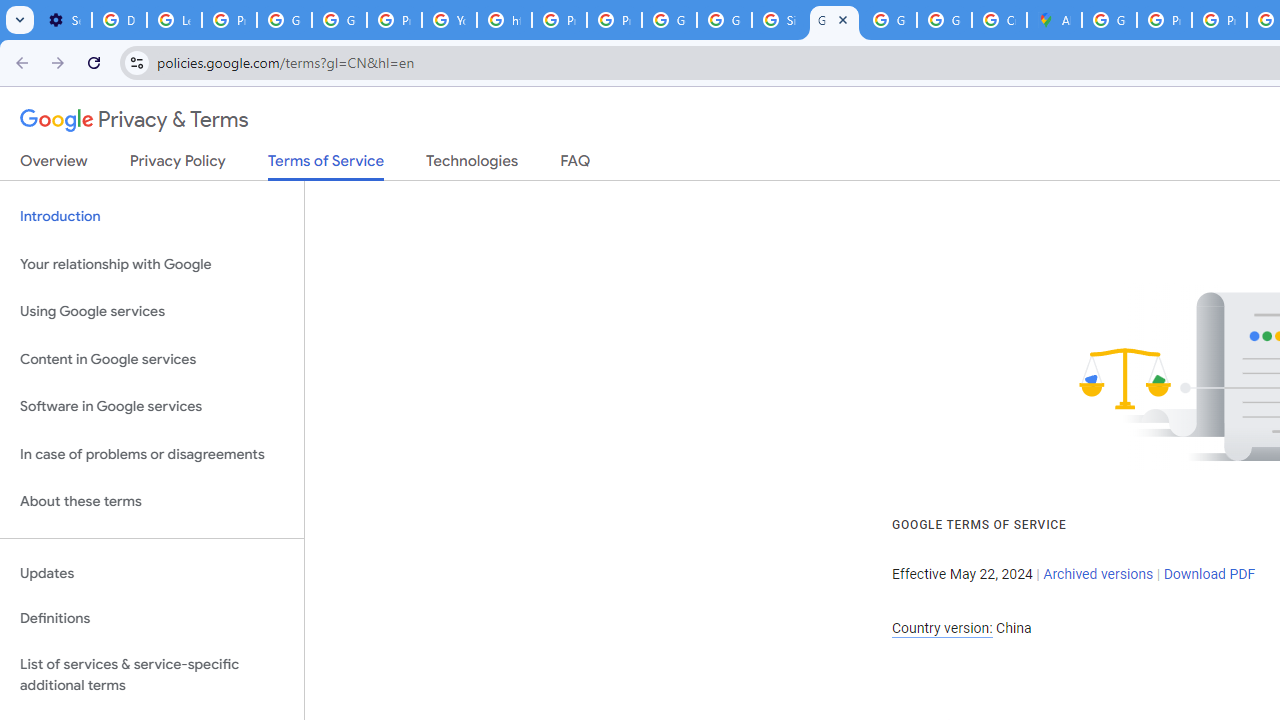 This screenshot has width=1280, height=720. Describe the element at coordinates (151, 618) in the screenshot. I see `'Definitions'` at that location.